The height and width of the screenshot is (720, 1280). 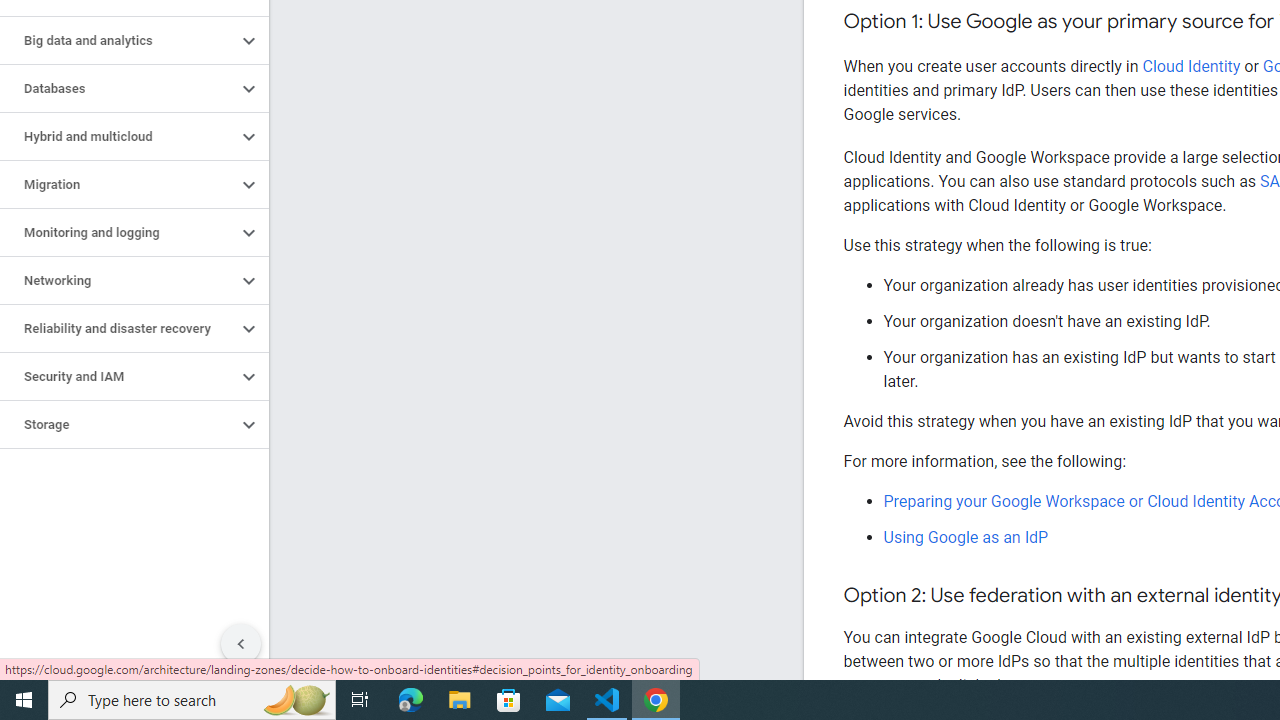 I want to click on 'Reliability and disaster recovery', so click(x=117, y=328).